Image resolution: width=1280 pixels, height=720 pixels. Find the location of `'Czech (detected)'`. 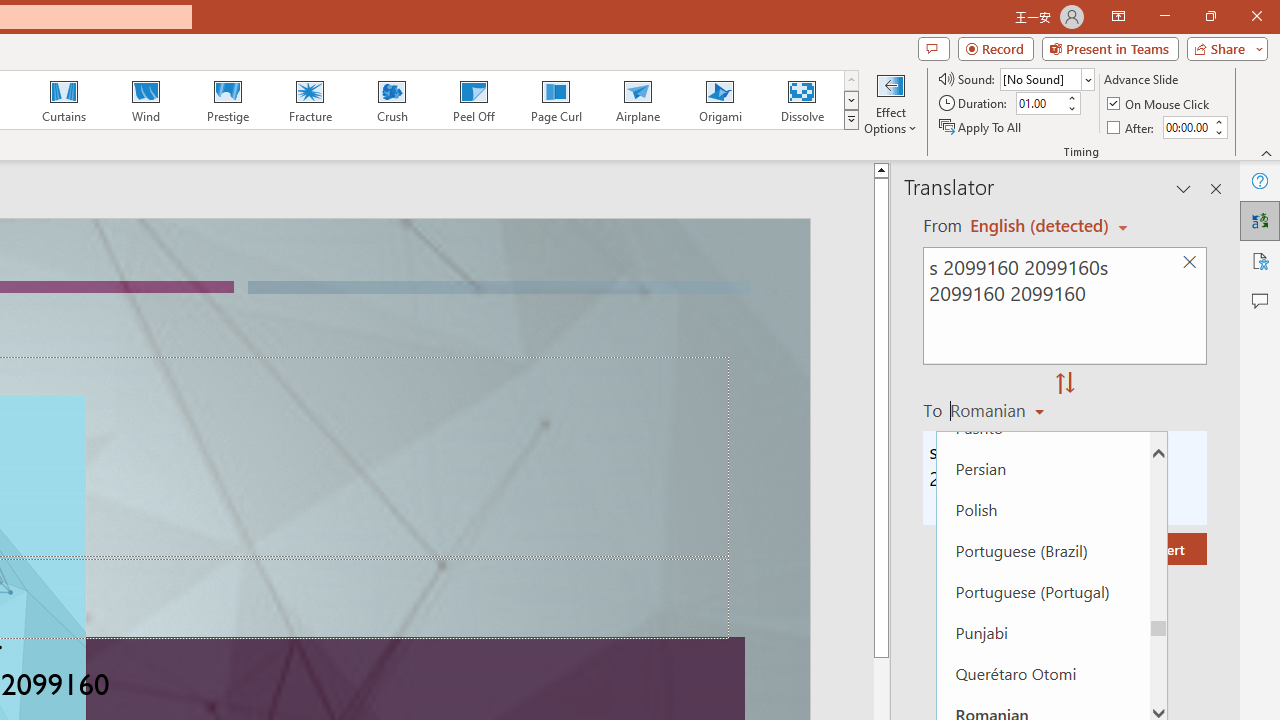

'Czech (detected)' is located at coordinates (1040, 225).